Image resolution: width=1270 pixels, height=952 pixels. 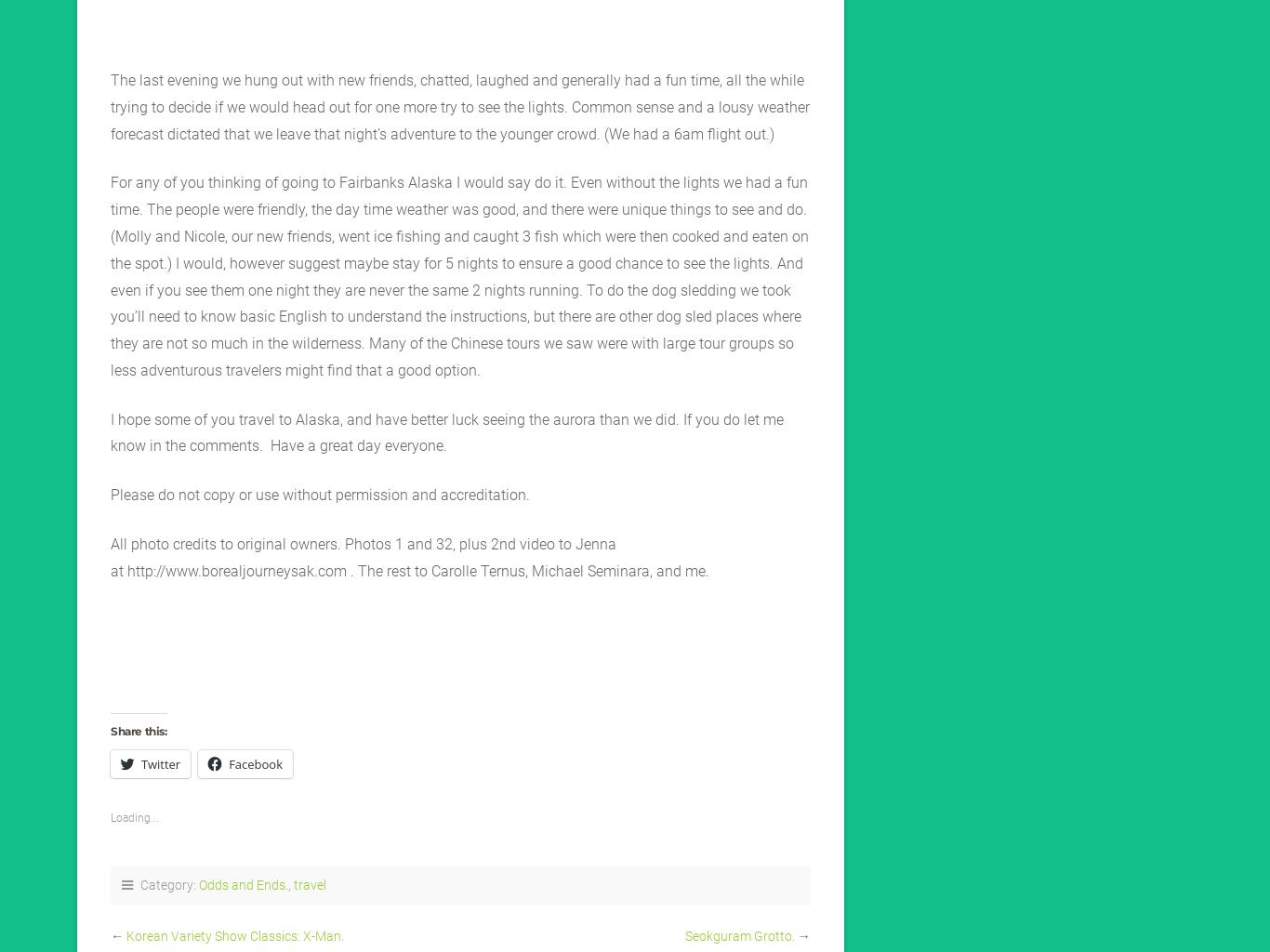 I want to click on 'All photo credits to original owners. Photos 1 and 32, plus 2nd video to Jenna at http://www.borealjourneysak.com . The rest to Carolle Ternus, Michael Seminara, and me.', so click(x=109, y=556).